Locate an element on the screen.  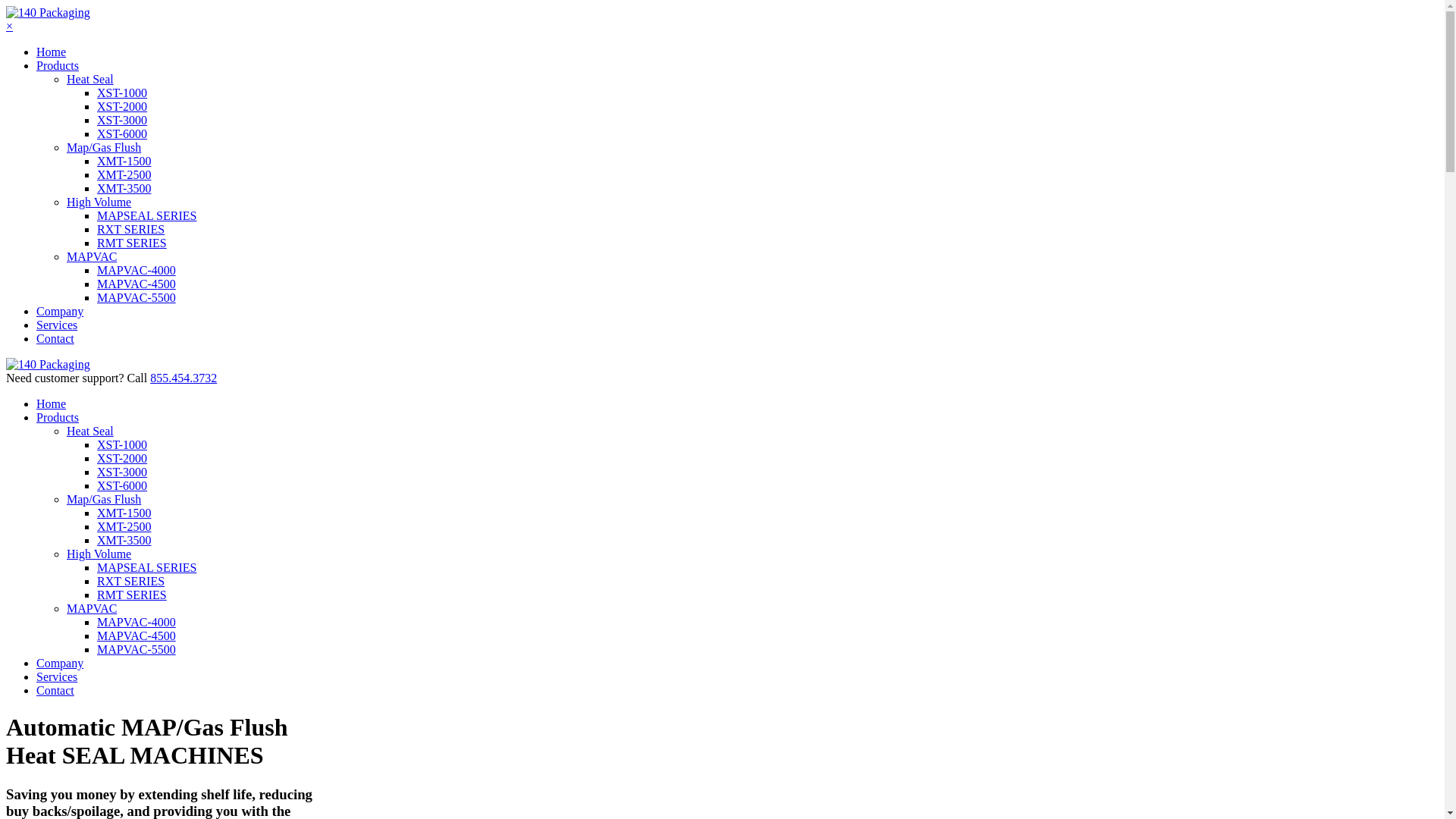
'XST-2000' is located at coordinates (96, 457).